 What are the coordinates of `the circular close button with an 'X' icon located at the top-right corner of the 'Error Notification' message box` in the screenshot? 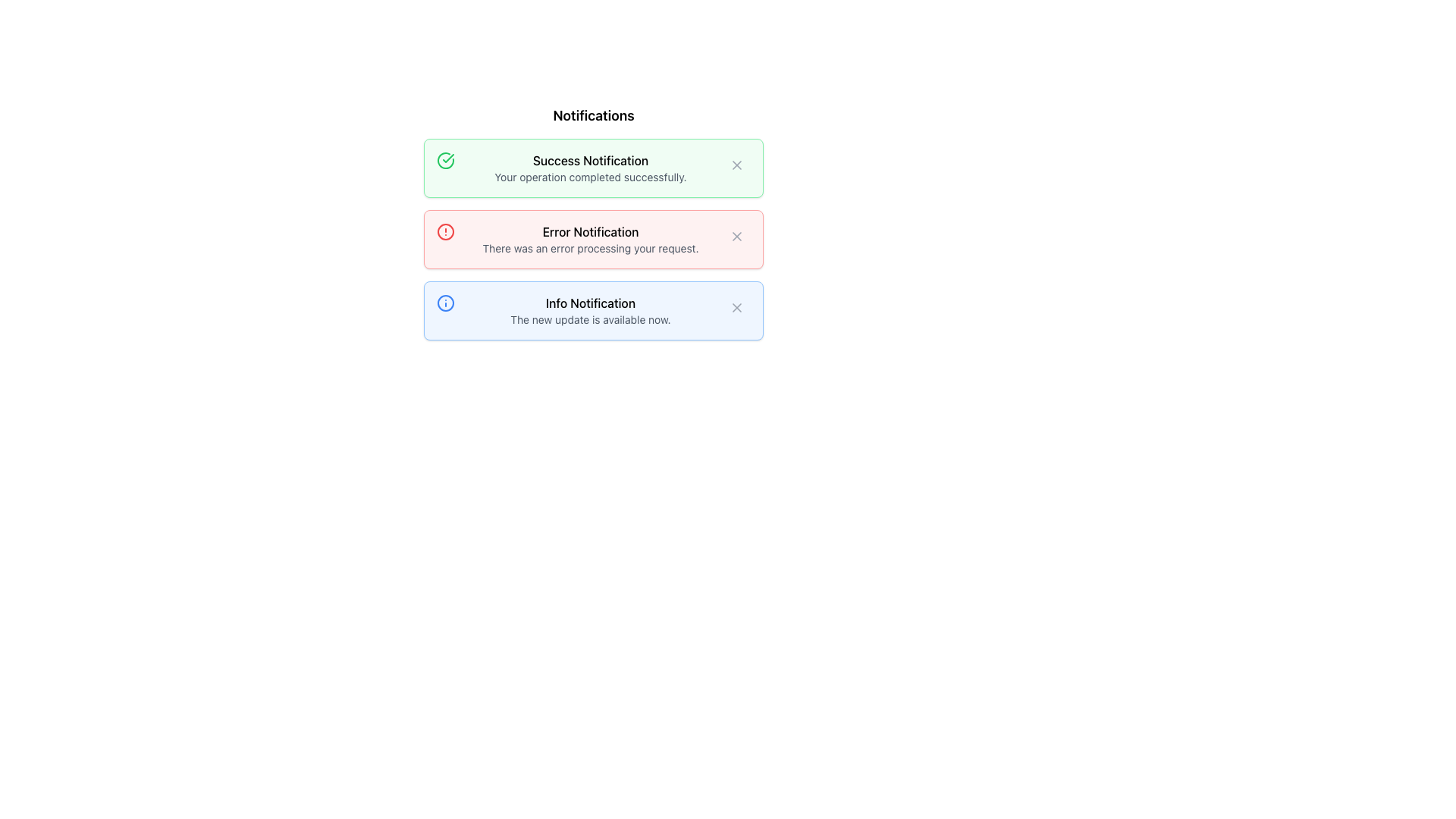 It's located at (736, 237).